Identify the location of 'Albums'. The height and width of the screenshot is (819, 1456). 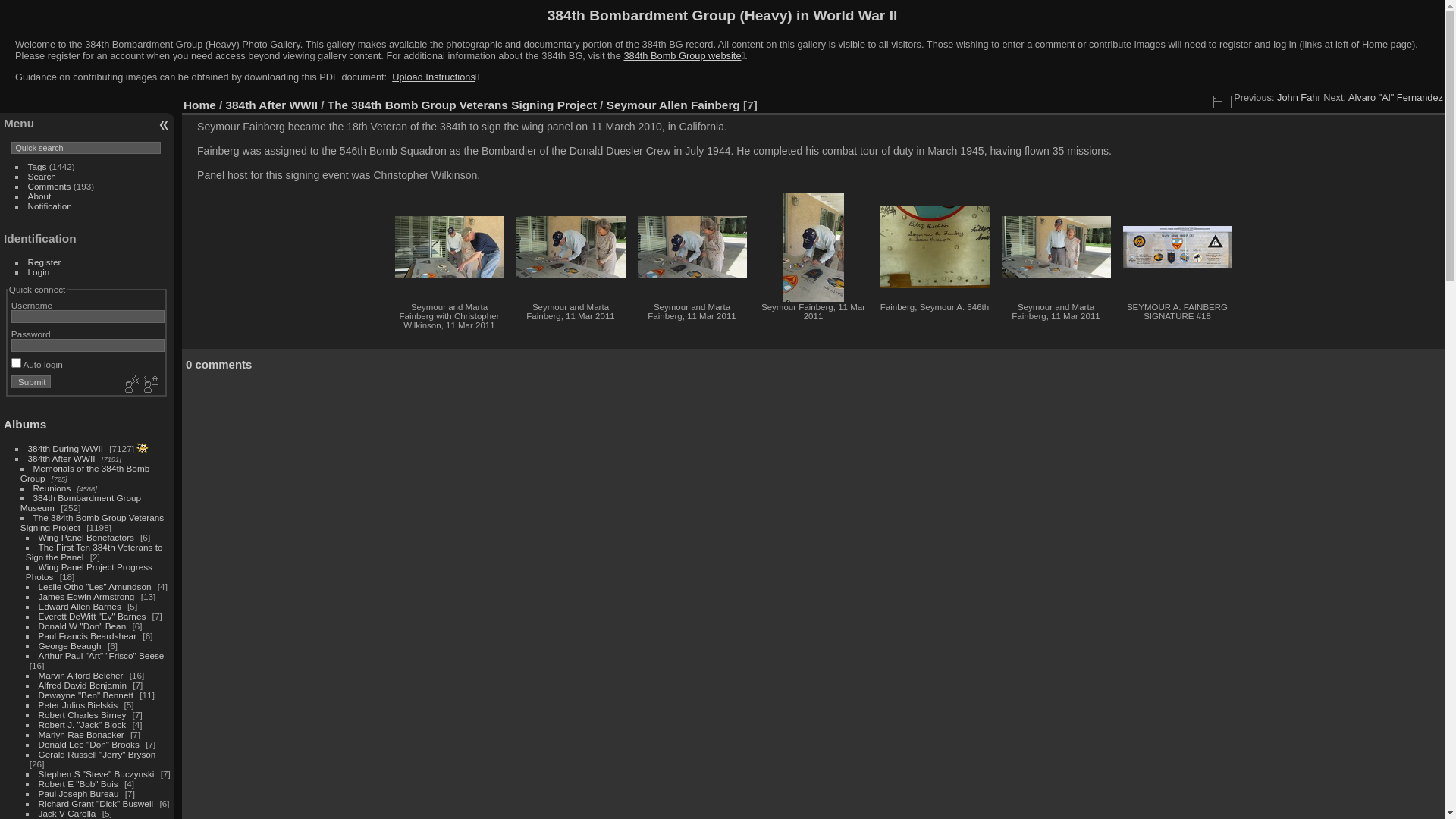
(25, 424).